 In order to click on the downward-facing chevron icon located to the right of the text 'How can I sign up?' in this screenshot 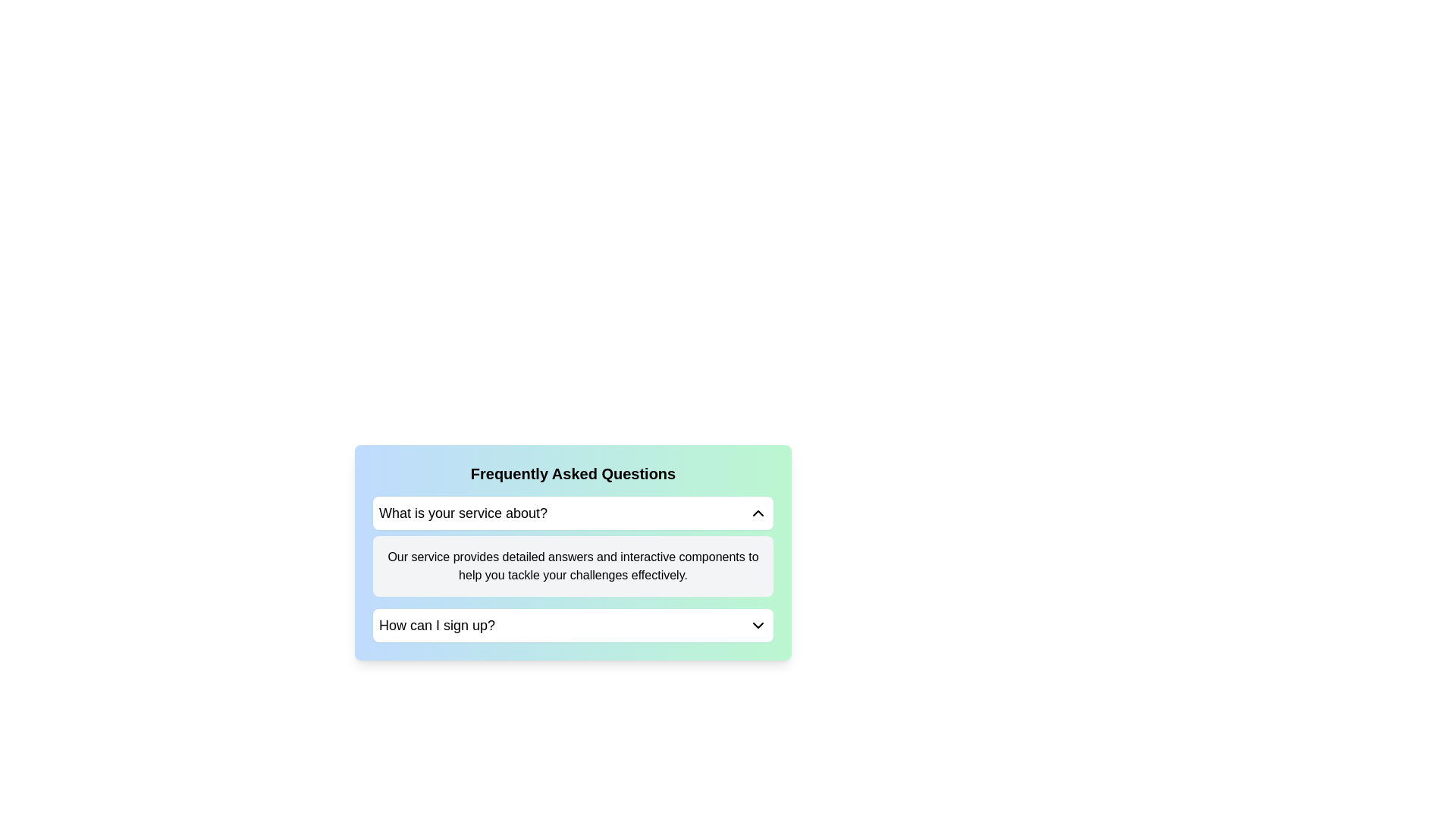, I will do `click(758, 626)`.